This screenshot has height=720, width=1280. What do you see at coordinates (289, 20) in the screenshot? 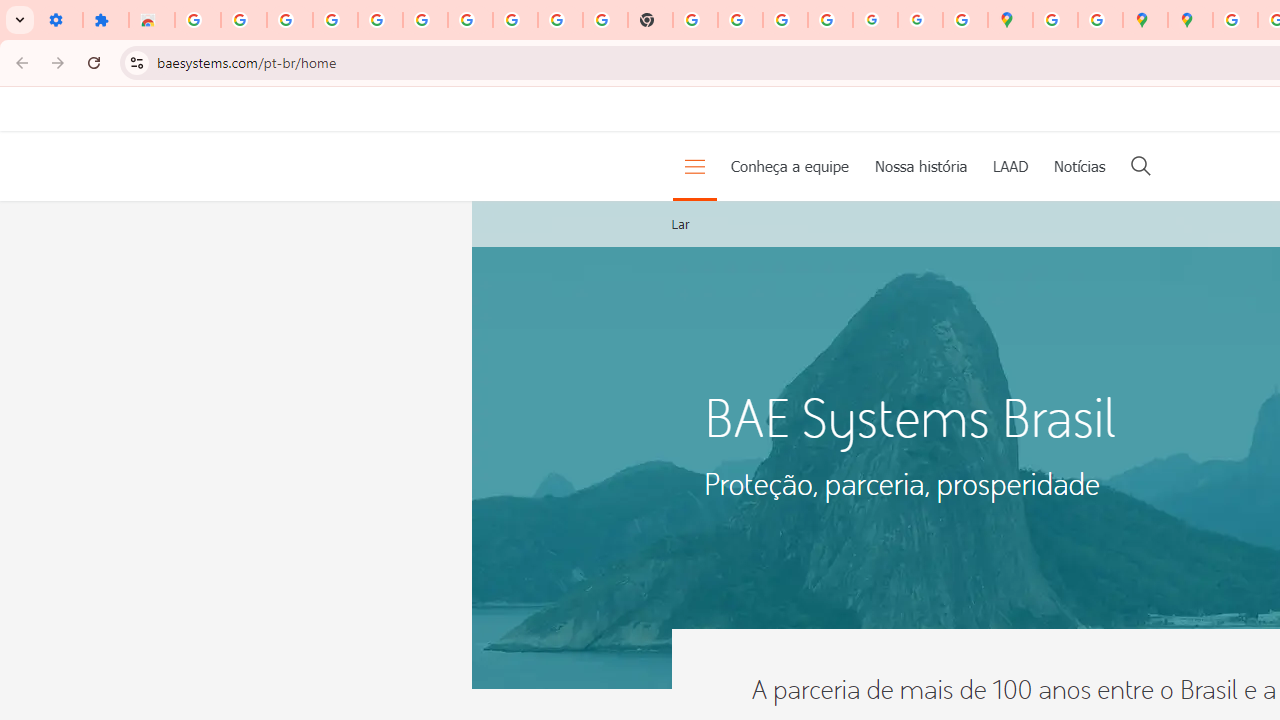
I see `'Delete photos & videos - Computer - Google Photos Help'` at bounding box center [289, 20].